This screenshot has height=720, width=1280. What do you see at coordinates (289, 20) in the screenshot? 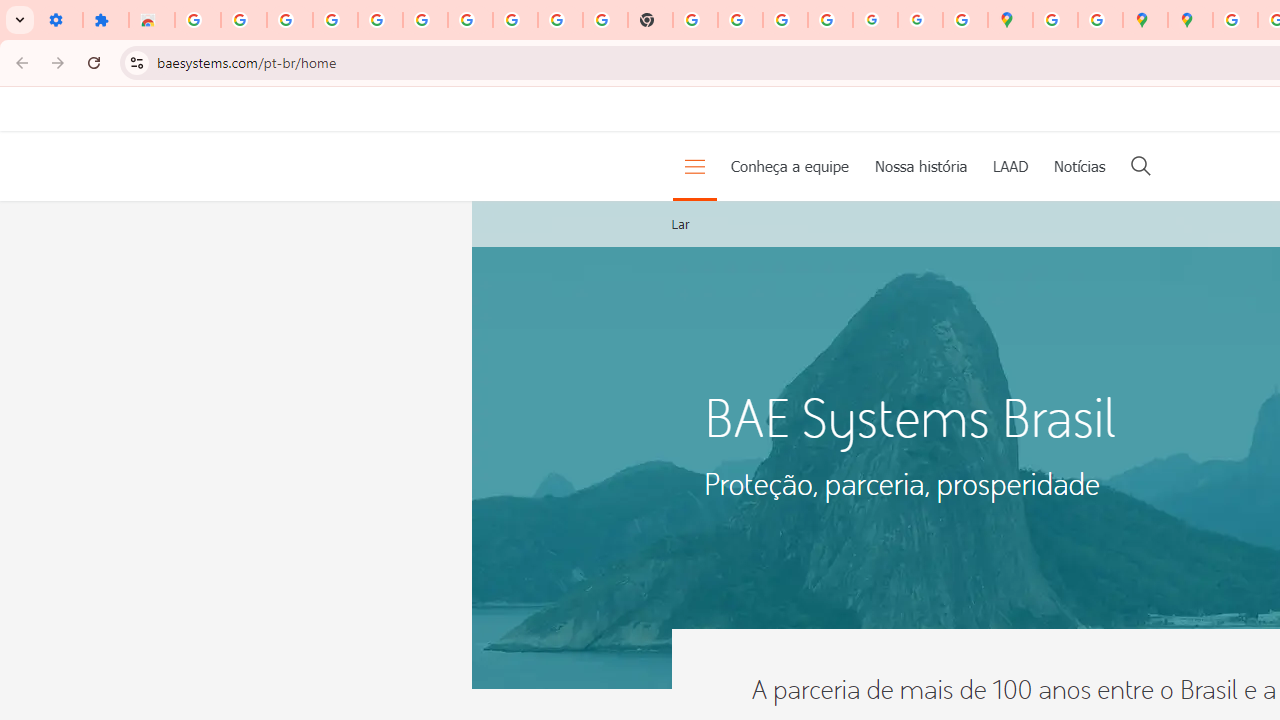
I see `'Delete photos & videos - Computer - Google Photos Help'` at bounding box center [289, 20].